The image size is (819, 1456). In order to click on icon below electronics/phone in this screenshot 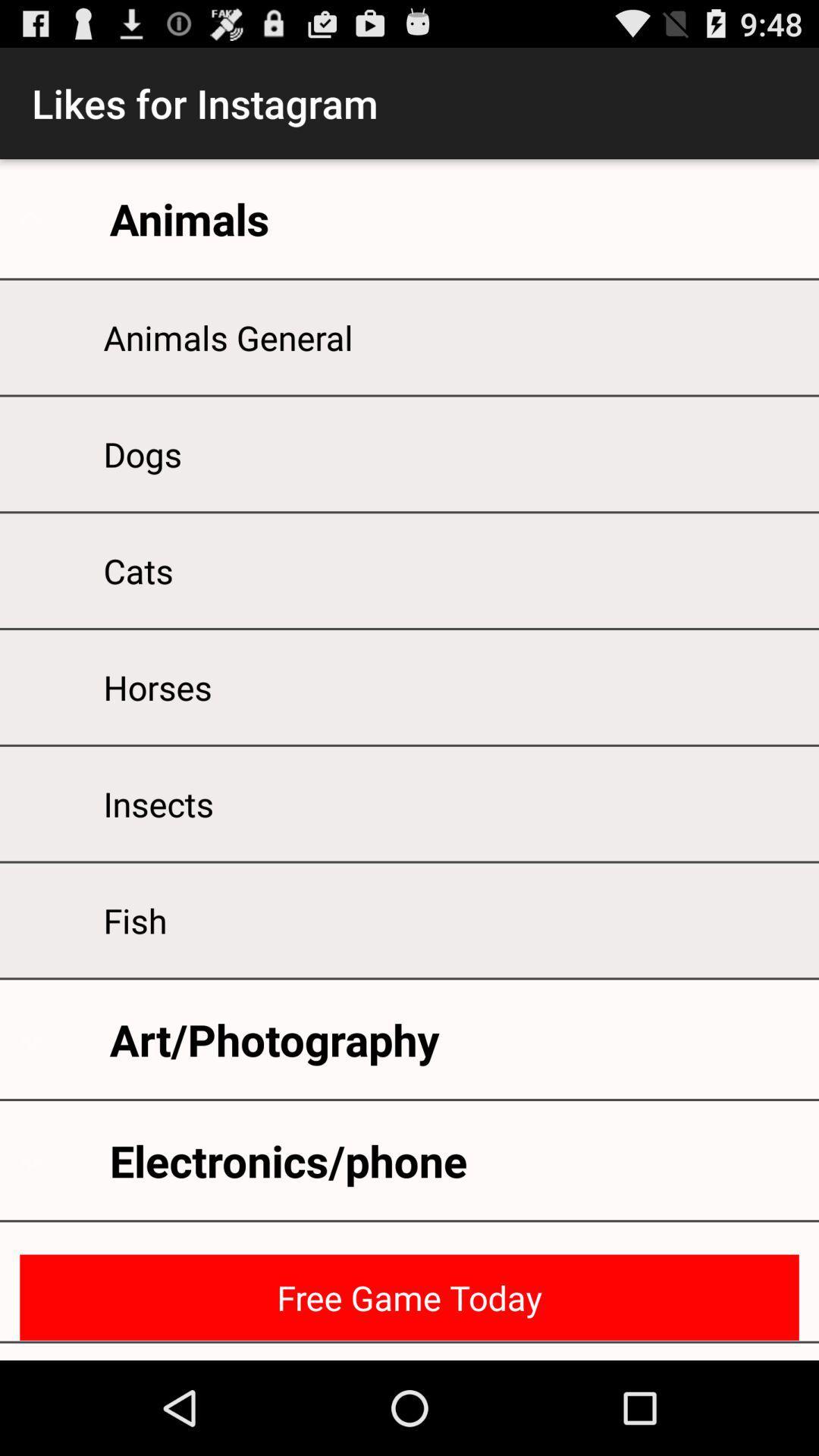, I will do `click(409, 1297)`.